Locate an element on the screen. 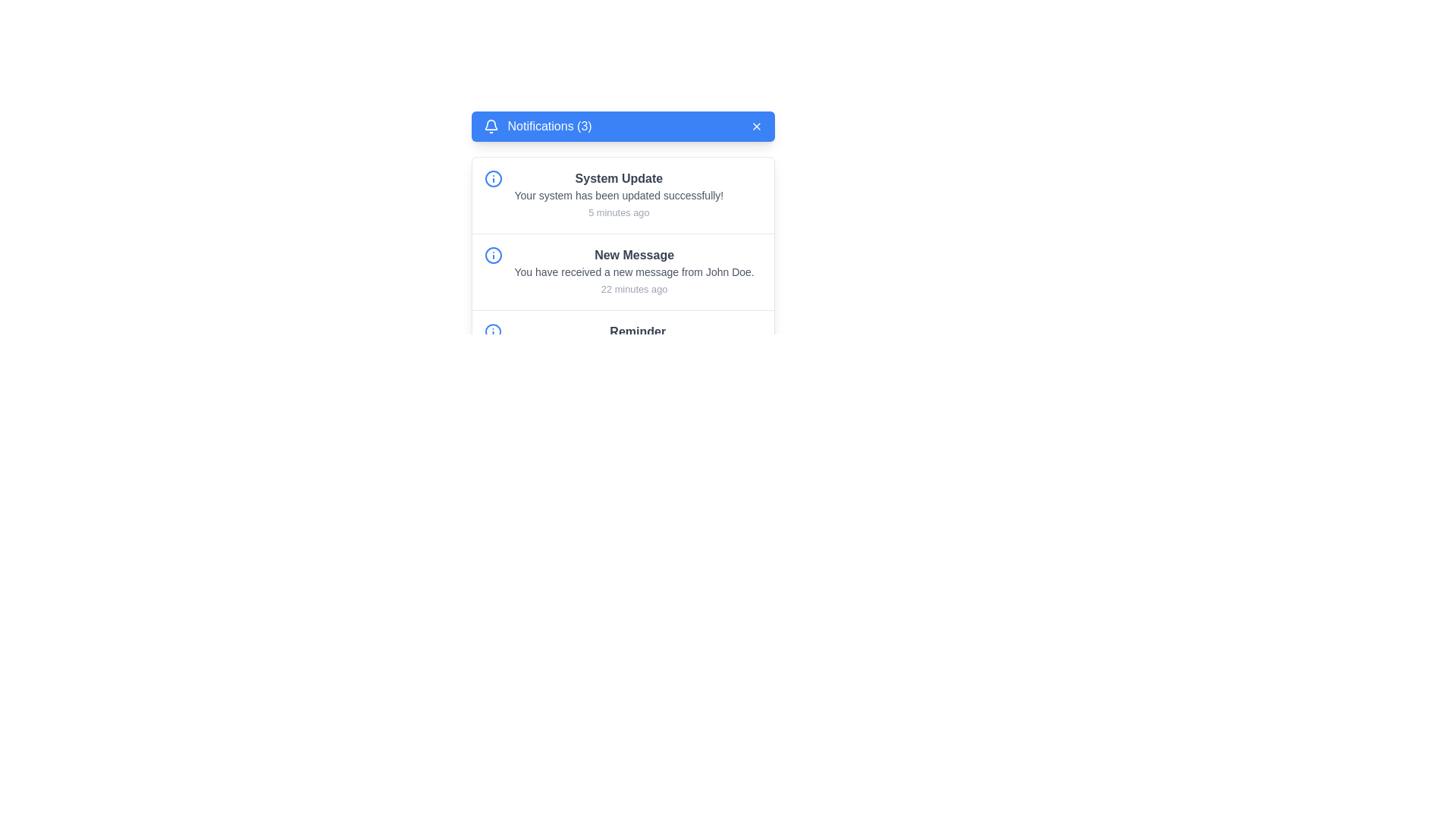 The image size is (1456, 819). the circular information icon with a blue border and blue dot at the top, located in the 'New Message' notification section is located at coordinates (493, 254).